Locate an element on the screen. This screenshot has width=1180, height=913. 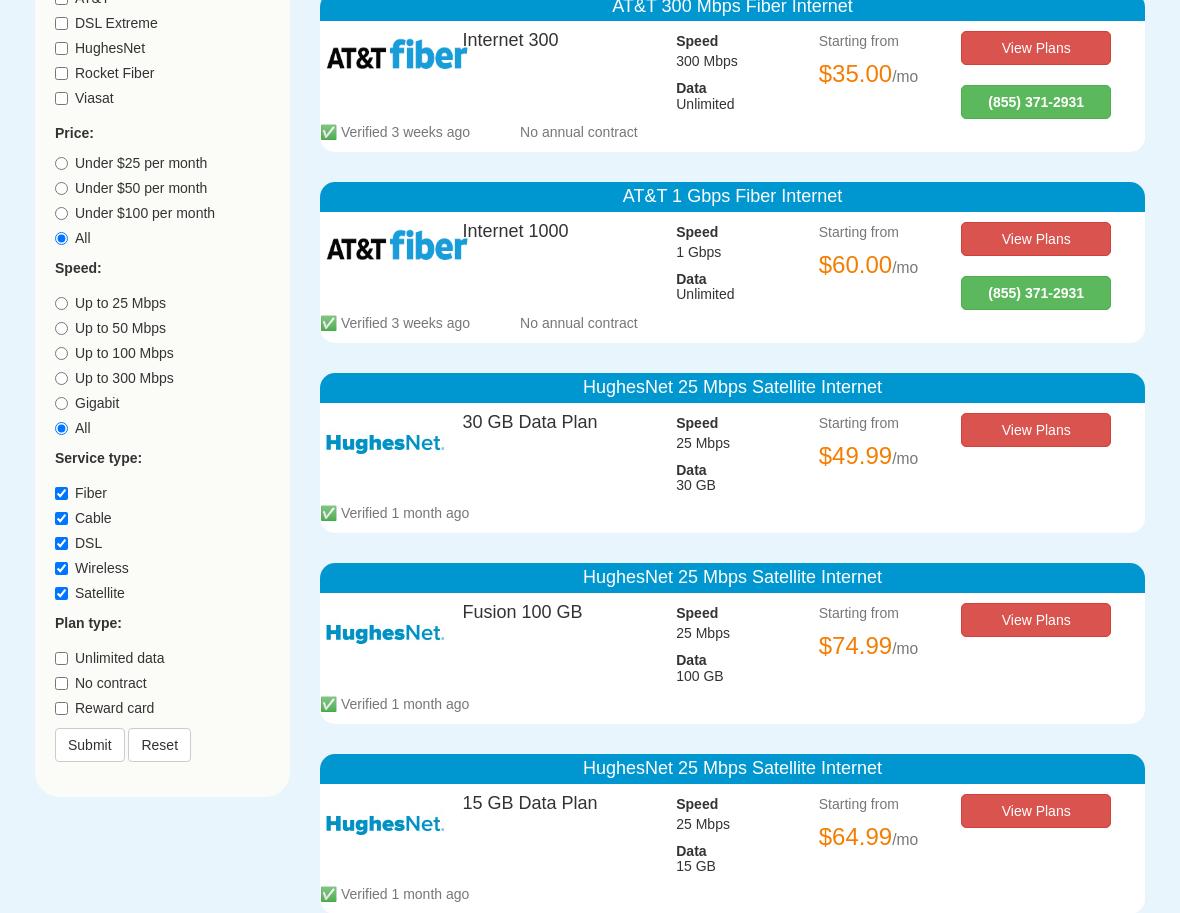
'Fusion 100 GB' is located at coordinates (522, 611).